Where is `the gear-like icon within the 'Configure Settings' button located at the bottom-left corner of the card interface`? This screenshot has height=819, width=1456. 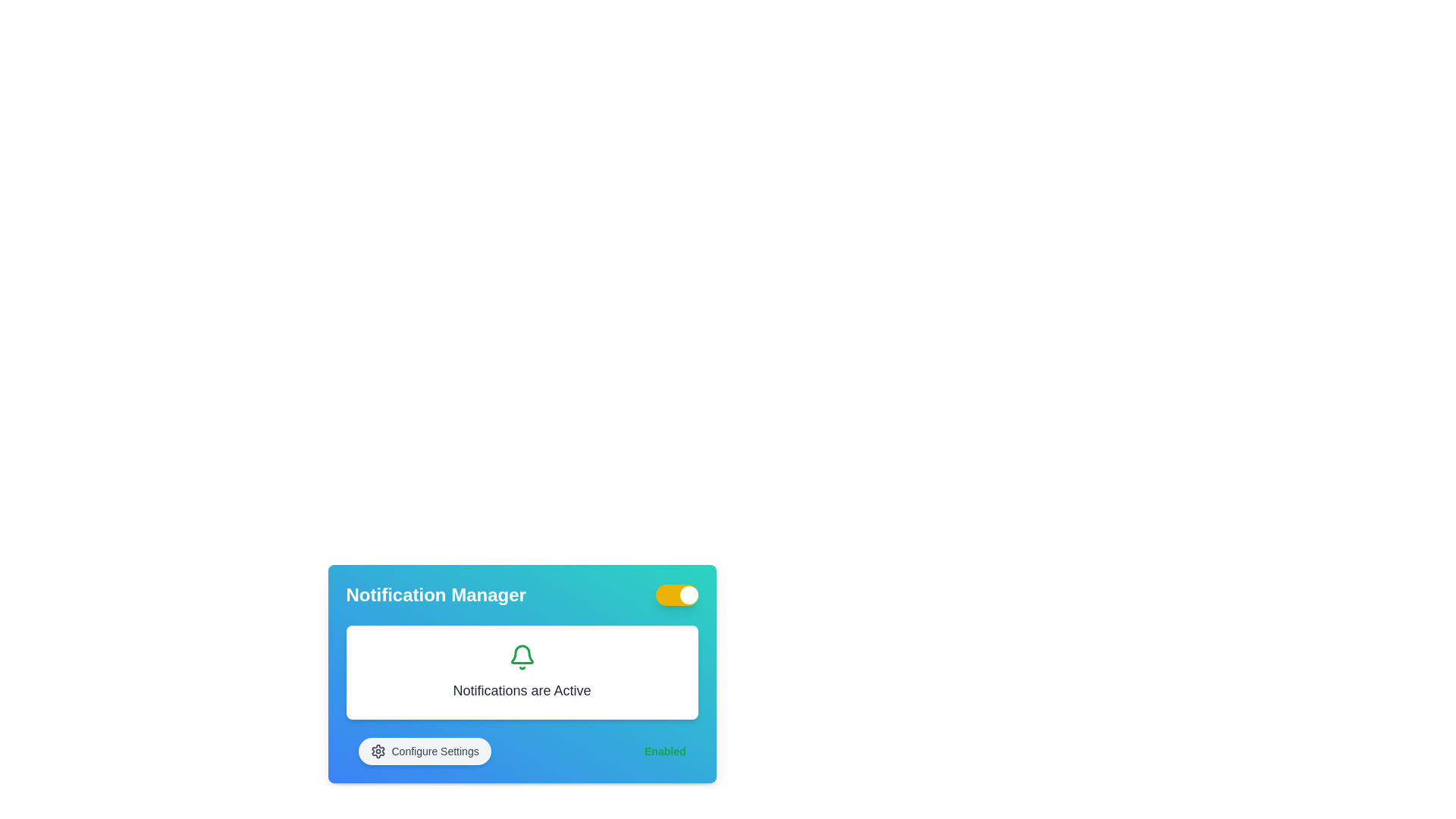 the gear-like icon within the 'Configure Settings' button located at the bottom-left corner of the card interface is located at coordinates (378, 752).